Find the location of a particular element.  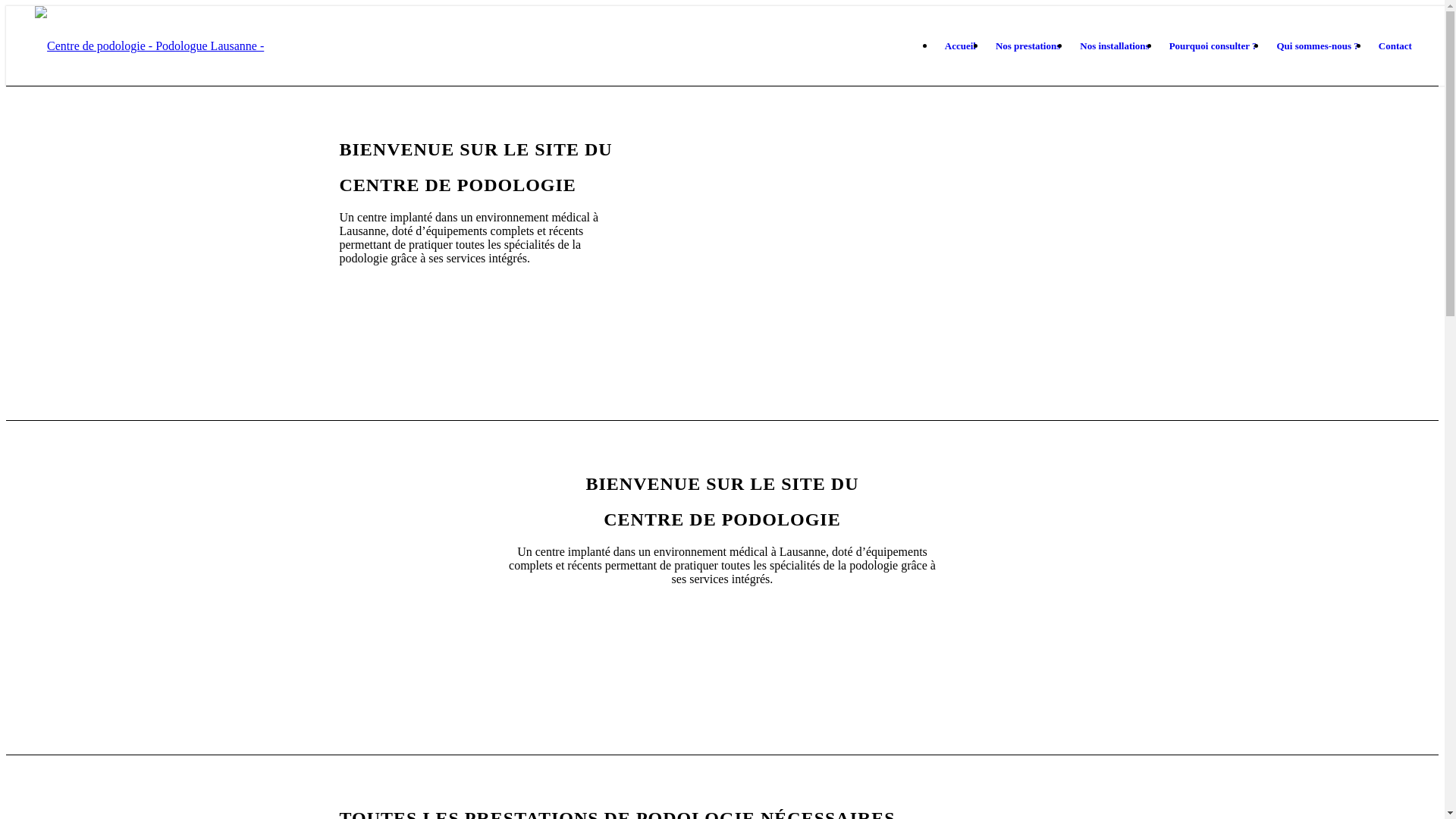

'Contact' is located at coordinates (1395, 45).